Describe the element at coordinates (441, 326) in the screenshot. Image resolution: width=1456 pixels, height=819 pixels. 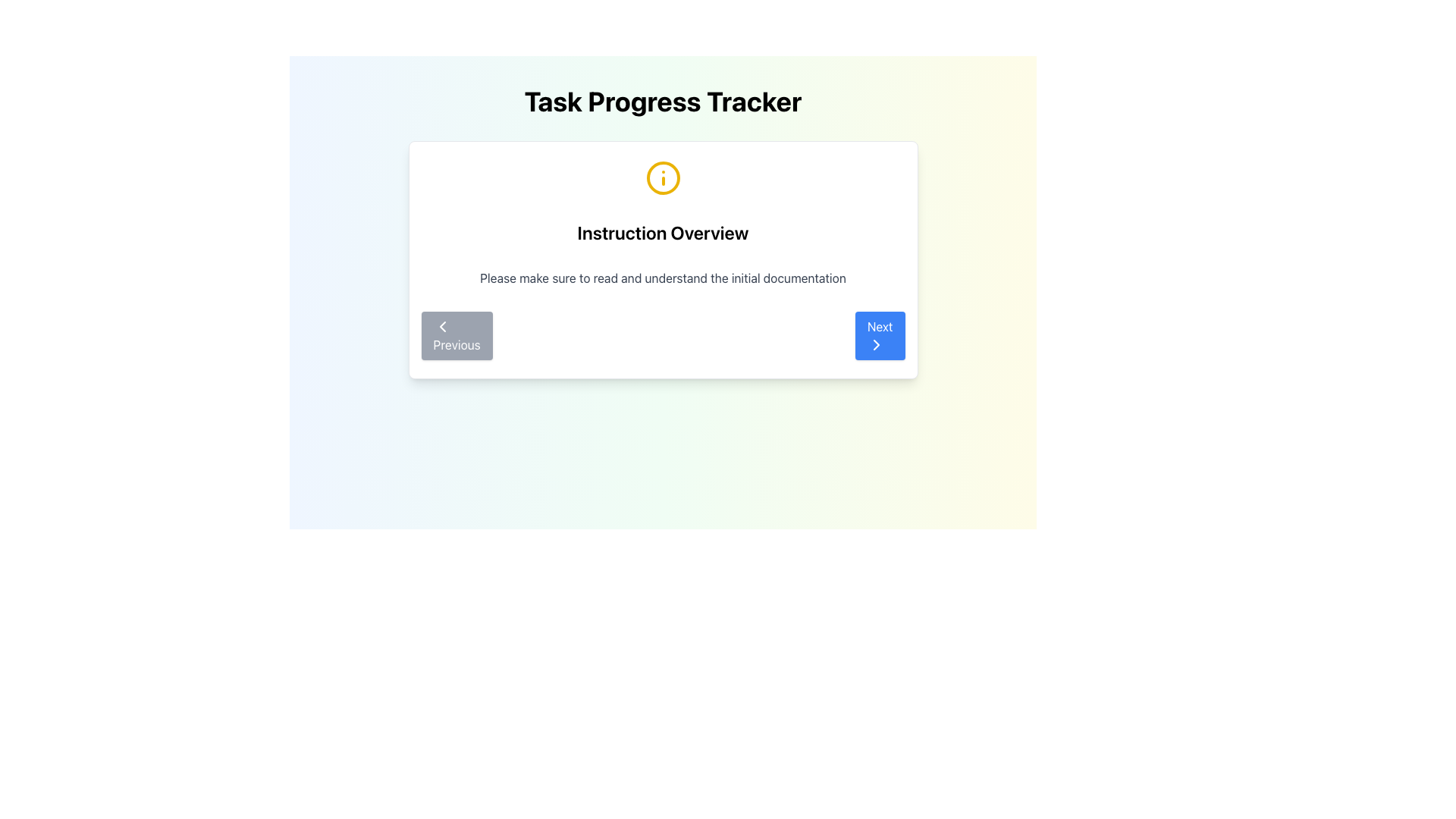
I see `the chevron-shaped icon that is styled as a left-pointing arrow, located inside the 'Previous' button at the bottom left of the dialog box` at that location.